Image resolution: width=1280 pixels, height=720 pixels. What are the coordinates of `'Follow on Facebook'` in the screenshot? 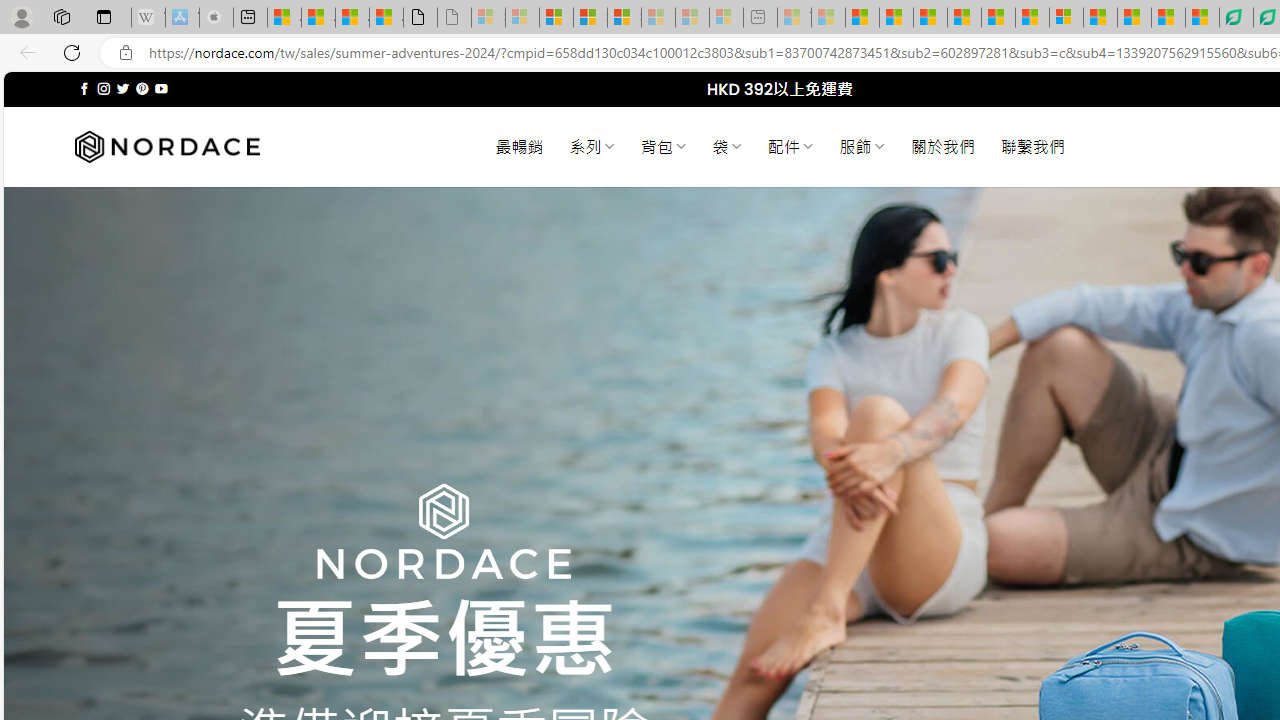 It's located at (83, 88).